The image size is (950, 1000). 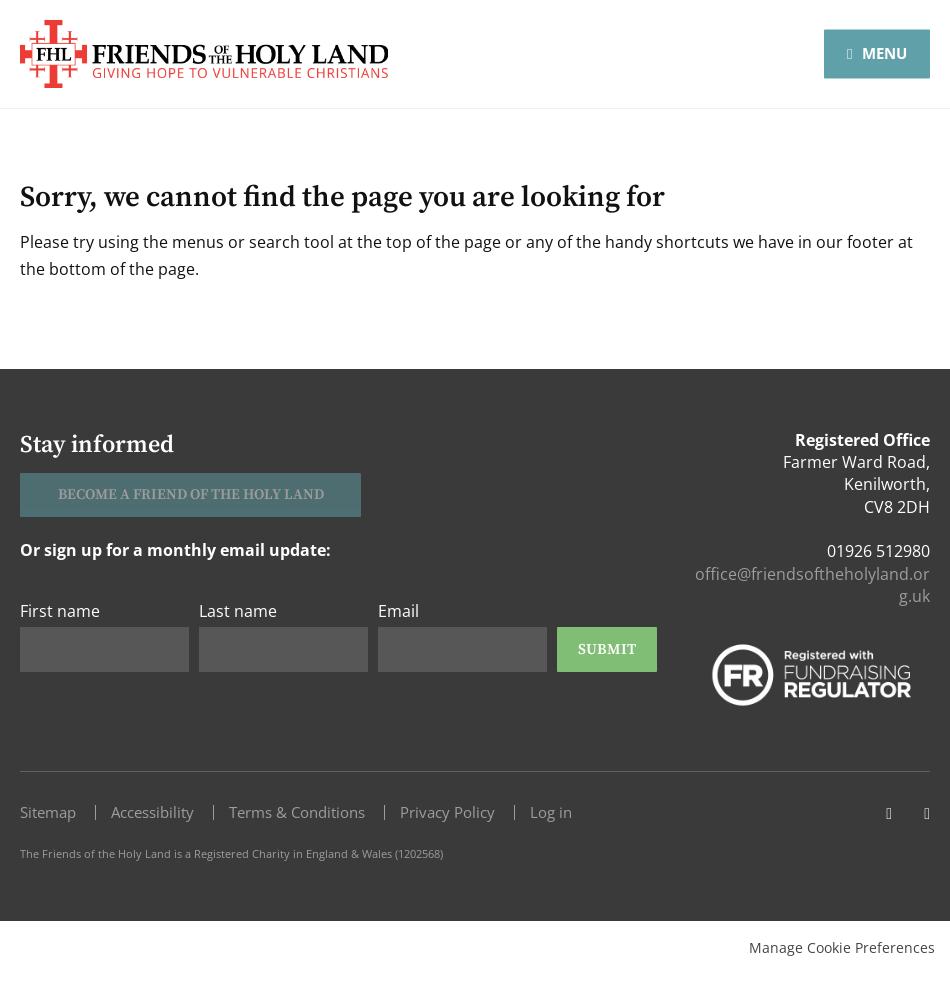 I want to click on 'Kenilworth,', so click(x=842, y=483).